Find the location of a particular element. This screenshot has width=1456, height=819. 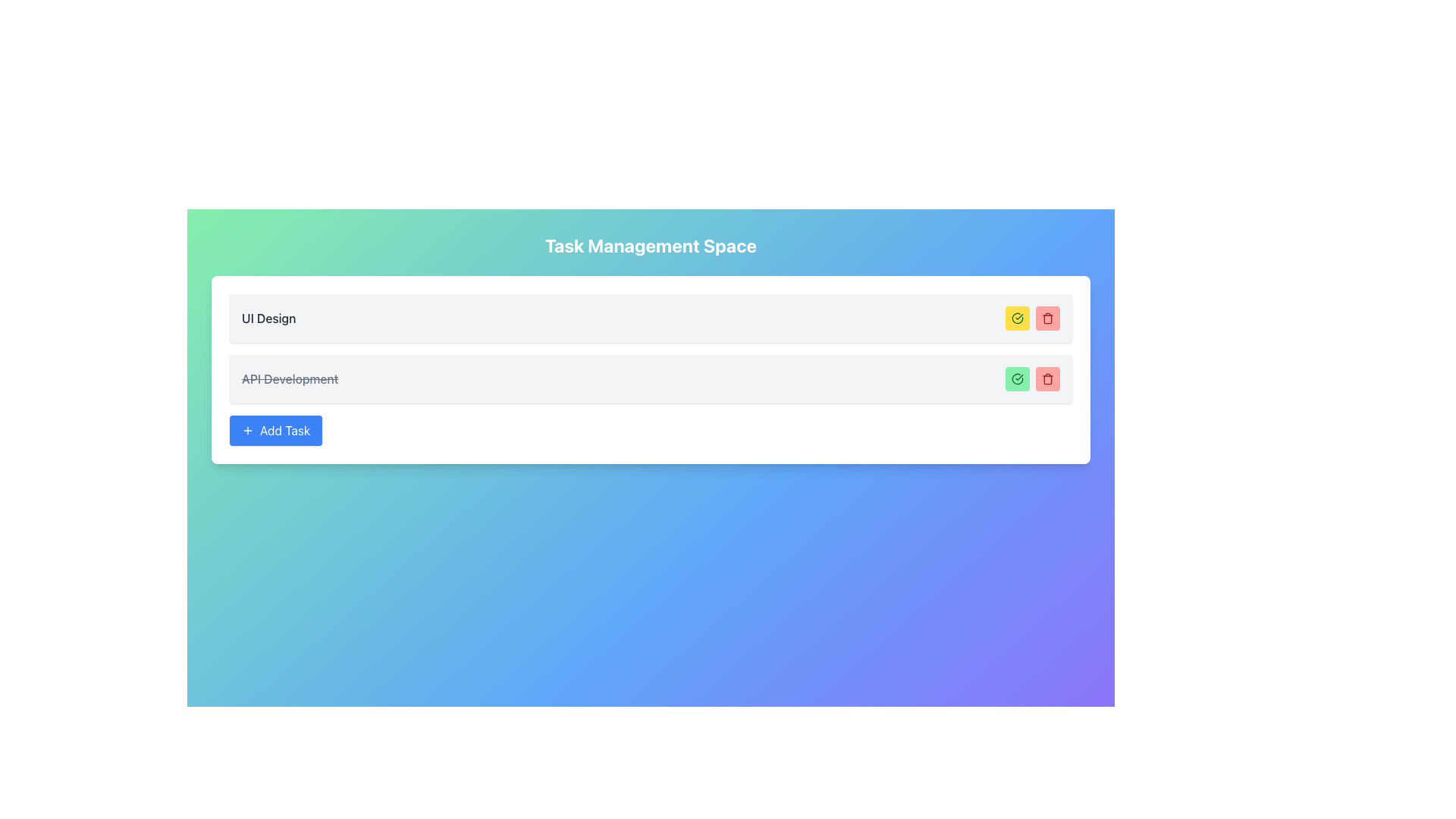

the header text labeled 'Task Management Space' which is displayed in bold, white font at the top of the interface with a gradient background is located at coordinates (651, 245).